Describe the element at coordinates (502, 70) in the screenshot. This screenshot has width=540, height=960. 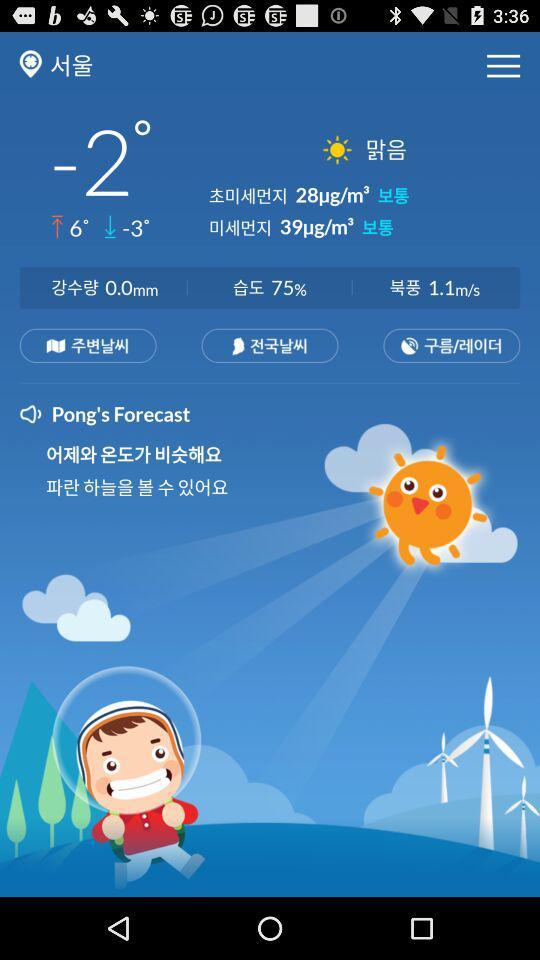
I see `the menu icon` at that location.